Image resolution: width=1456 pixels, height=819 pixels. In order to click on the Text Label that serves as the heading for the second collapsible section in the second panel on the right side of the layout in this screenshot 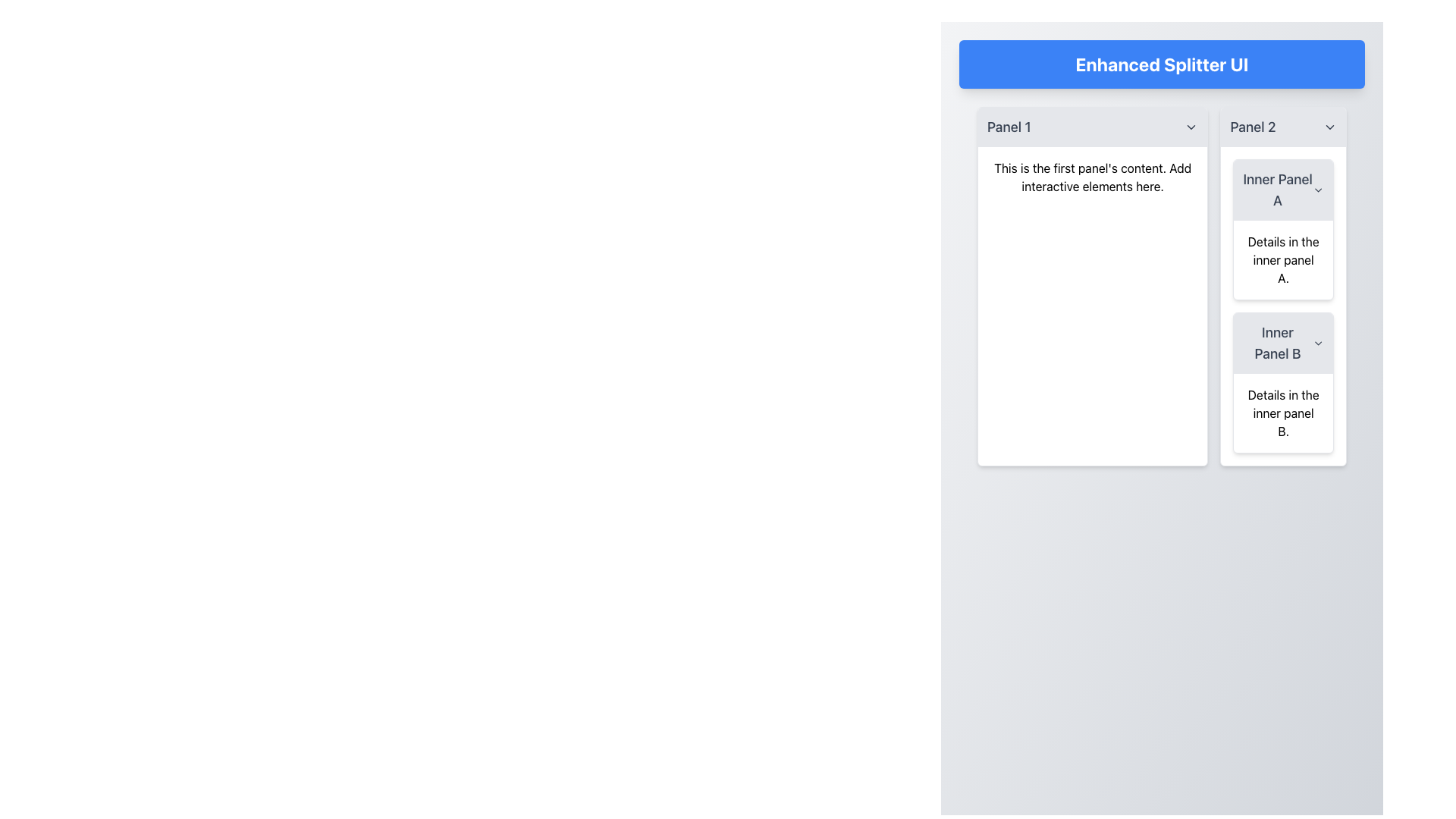, I will do `click(1276, 343)`.